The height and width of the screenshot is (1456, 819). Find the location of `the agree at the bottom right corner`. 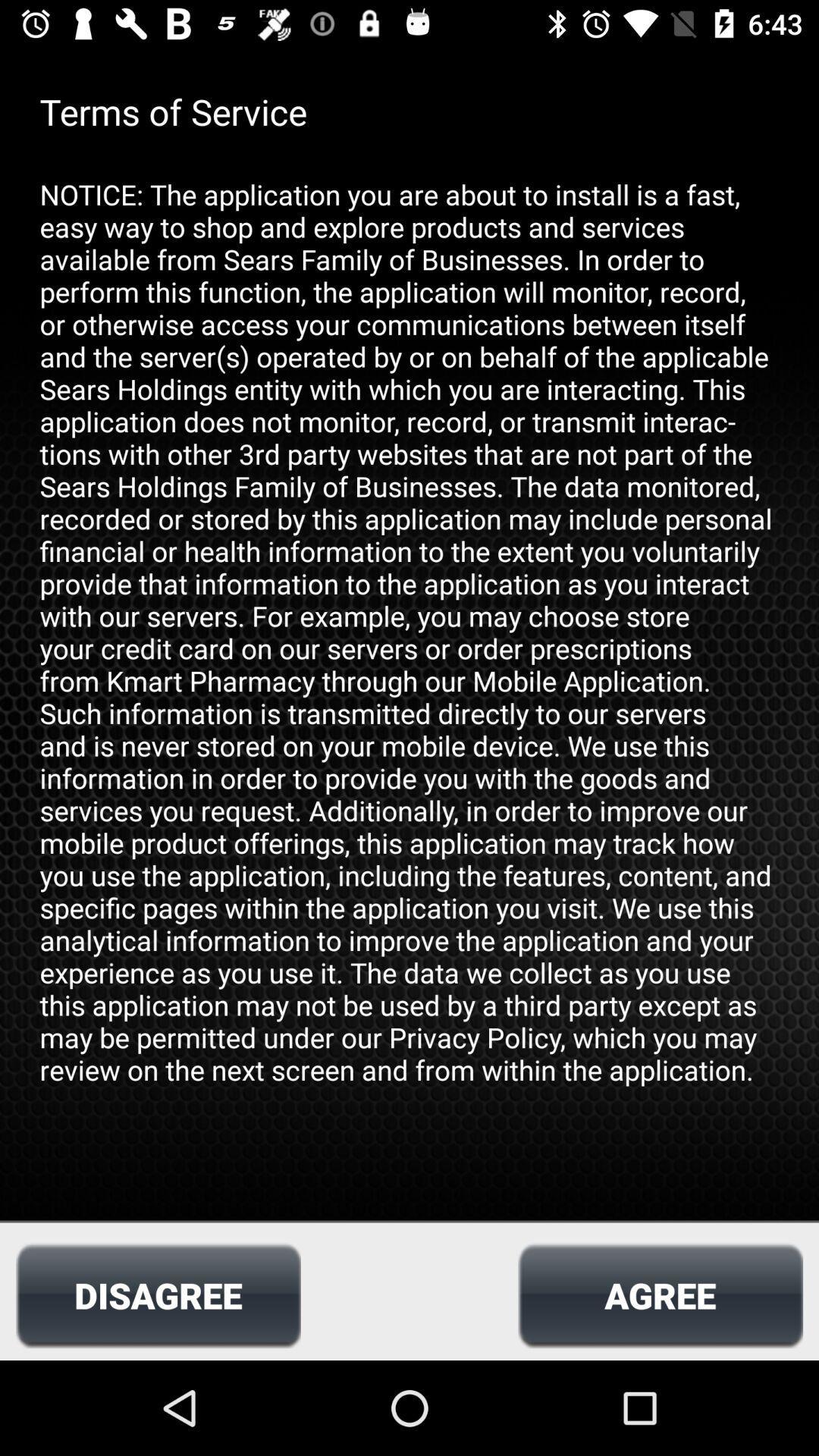

the agree at the bottom right corner is located at coordinates (660, 1294).